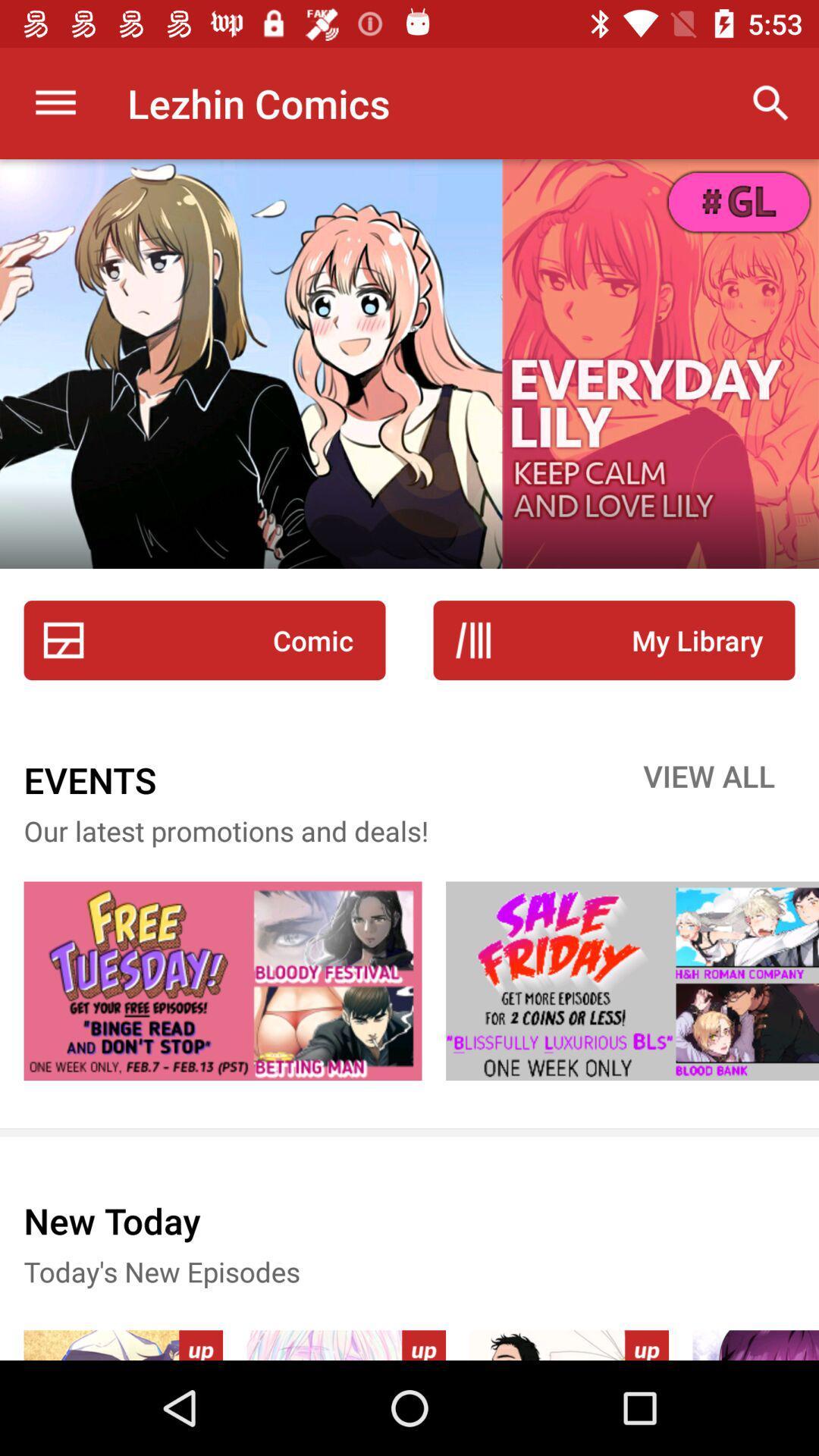  I want to click on website, so click(632, 981).